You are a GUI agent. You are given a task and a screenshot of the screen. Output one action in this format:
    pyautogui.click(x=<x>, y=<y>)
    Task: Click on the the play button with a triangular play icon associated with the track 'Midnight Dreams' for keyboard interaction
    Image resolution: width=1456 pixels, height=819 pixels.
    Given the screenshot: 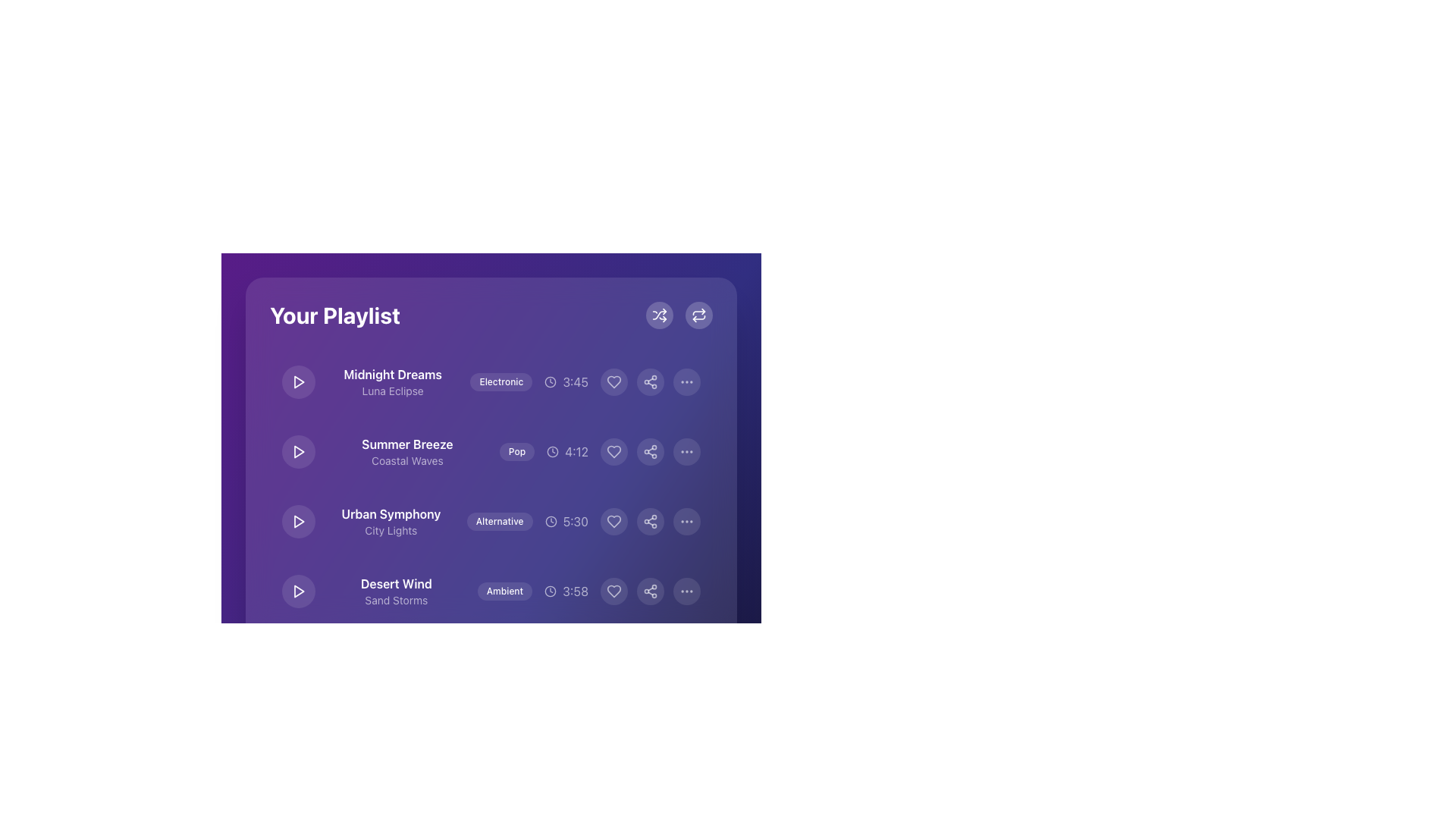 What is the action you would take?
    pyautogui.click(x=299, y=381)
    